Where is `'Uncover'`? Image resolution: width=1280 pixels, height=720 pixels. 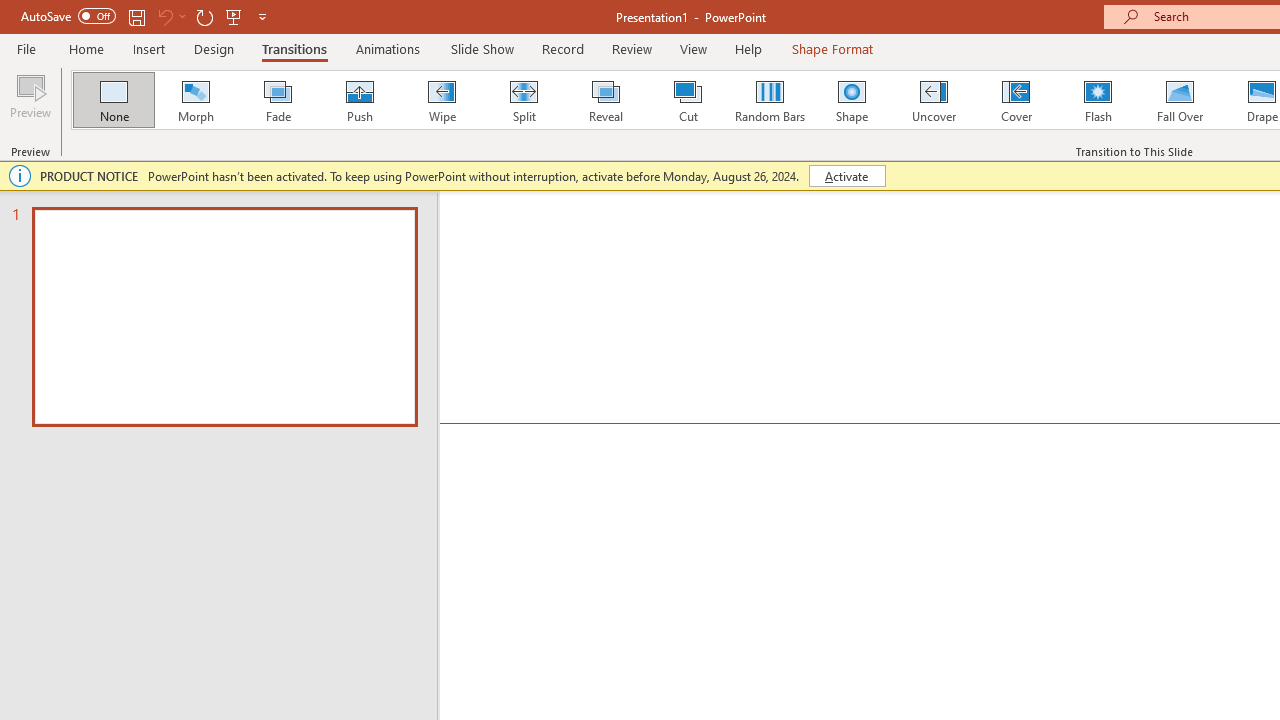 'Uncover' is located at coordinates (933, 100).